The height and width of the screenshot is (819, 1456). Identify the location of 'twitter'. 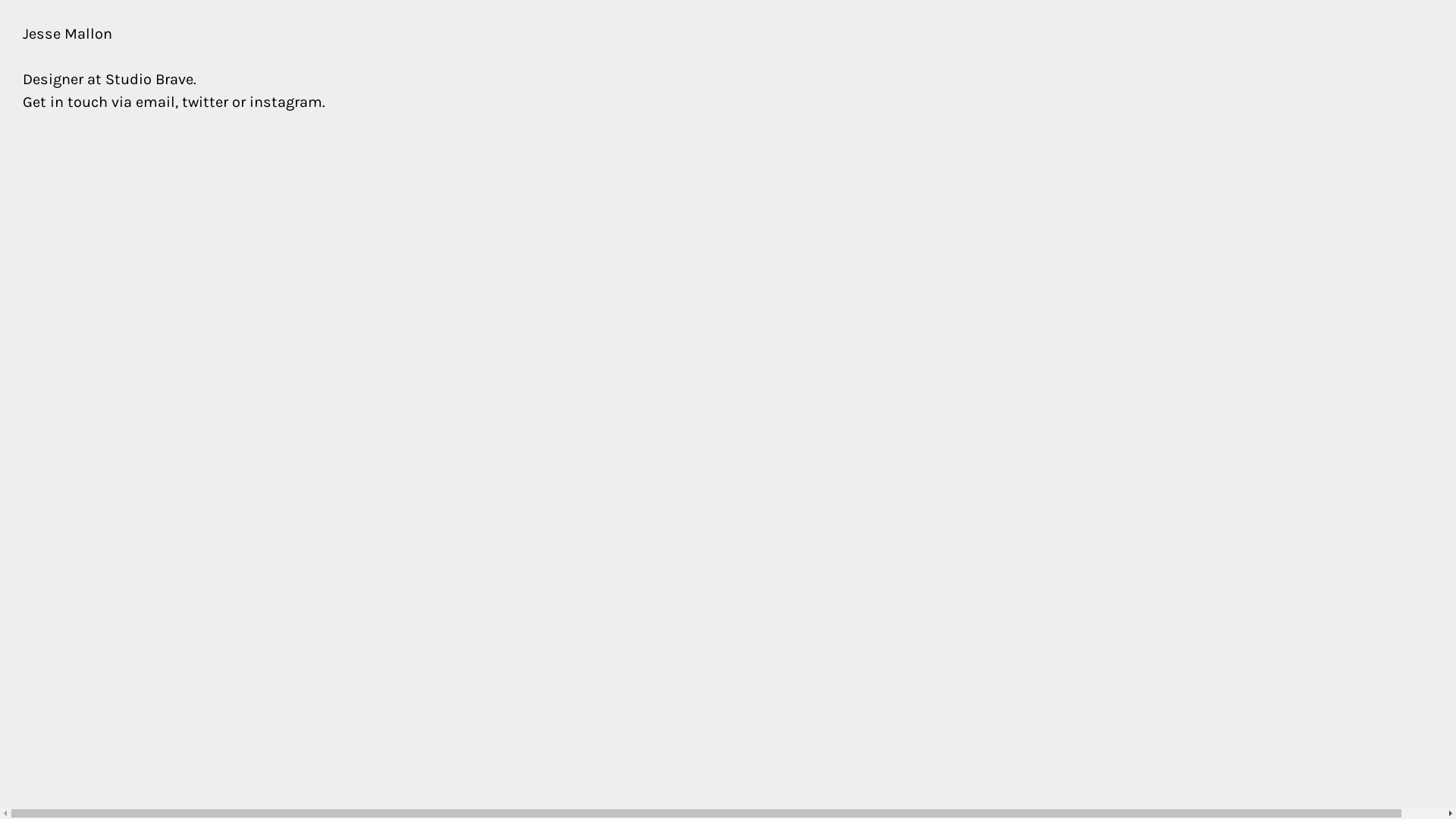
(182, 102).